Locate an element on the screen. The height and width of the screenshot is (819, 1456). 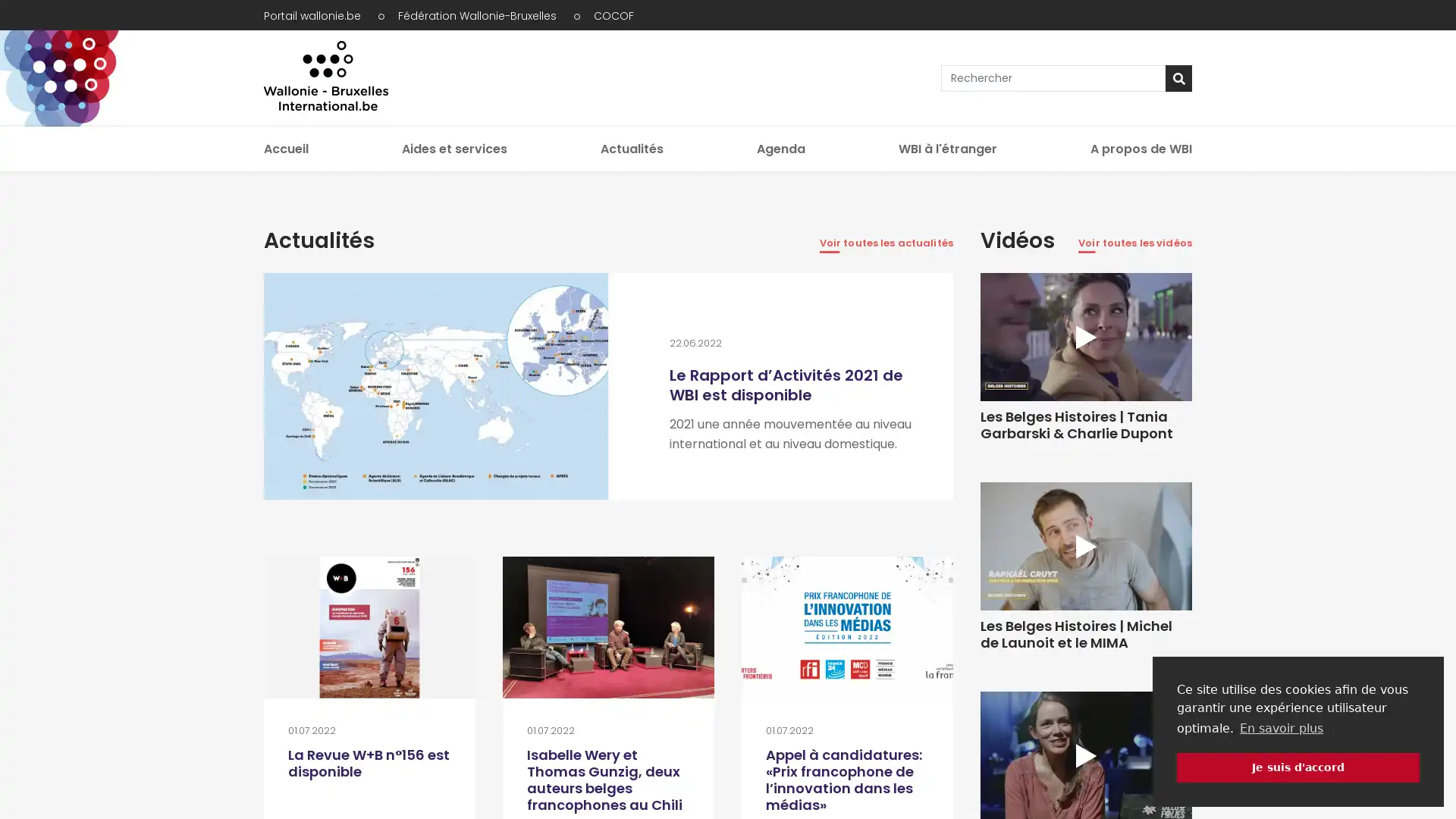
learn more about cookies is located at coordinates (1280, 727).